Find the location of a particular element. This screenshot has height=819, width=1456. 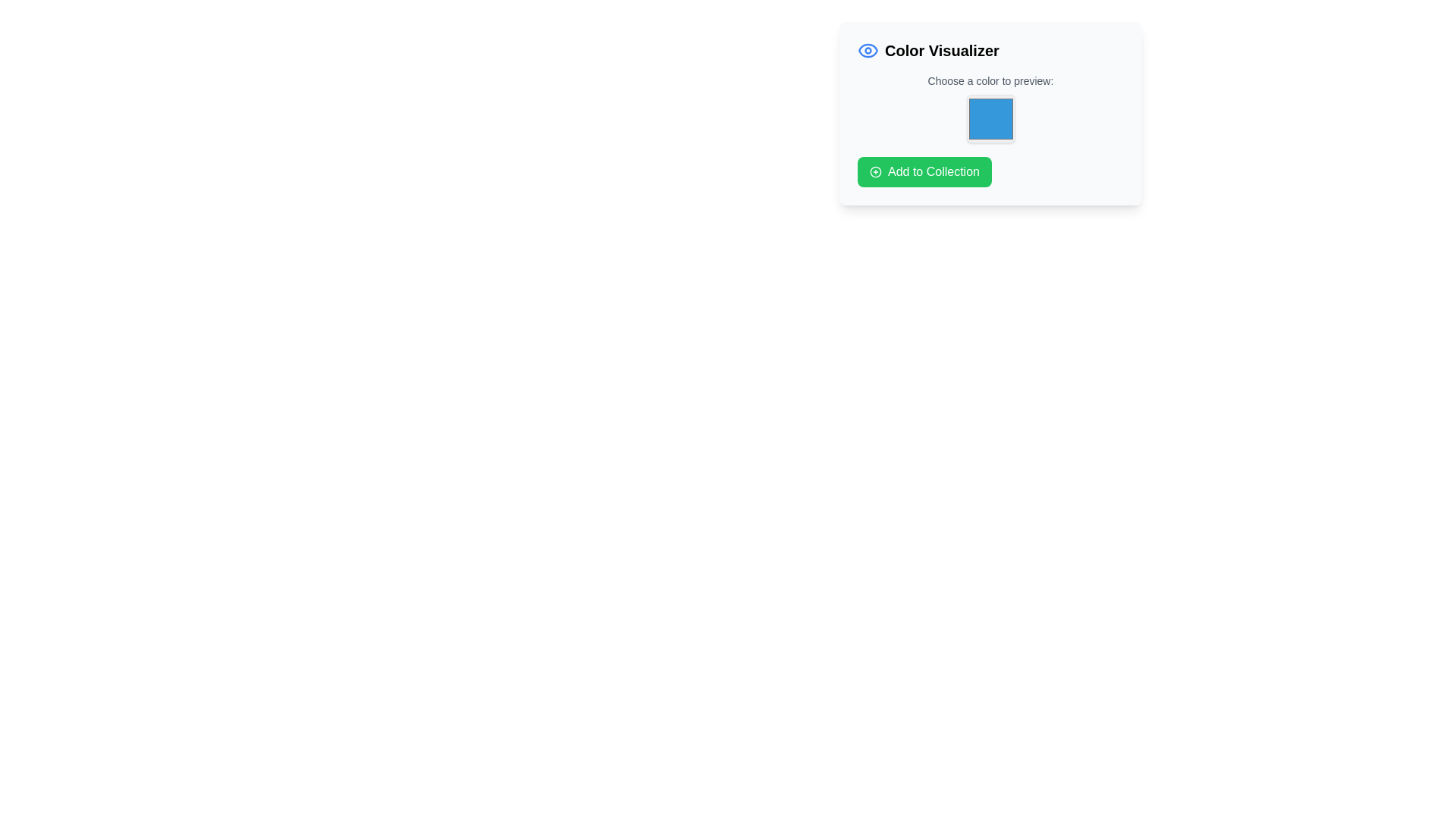

displayed text 'Color Visualizer' from the title section that features an eye icon on the left side is located at coordinates (990, 49).